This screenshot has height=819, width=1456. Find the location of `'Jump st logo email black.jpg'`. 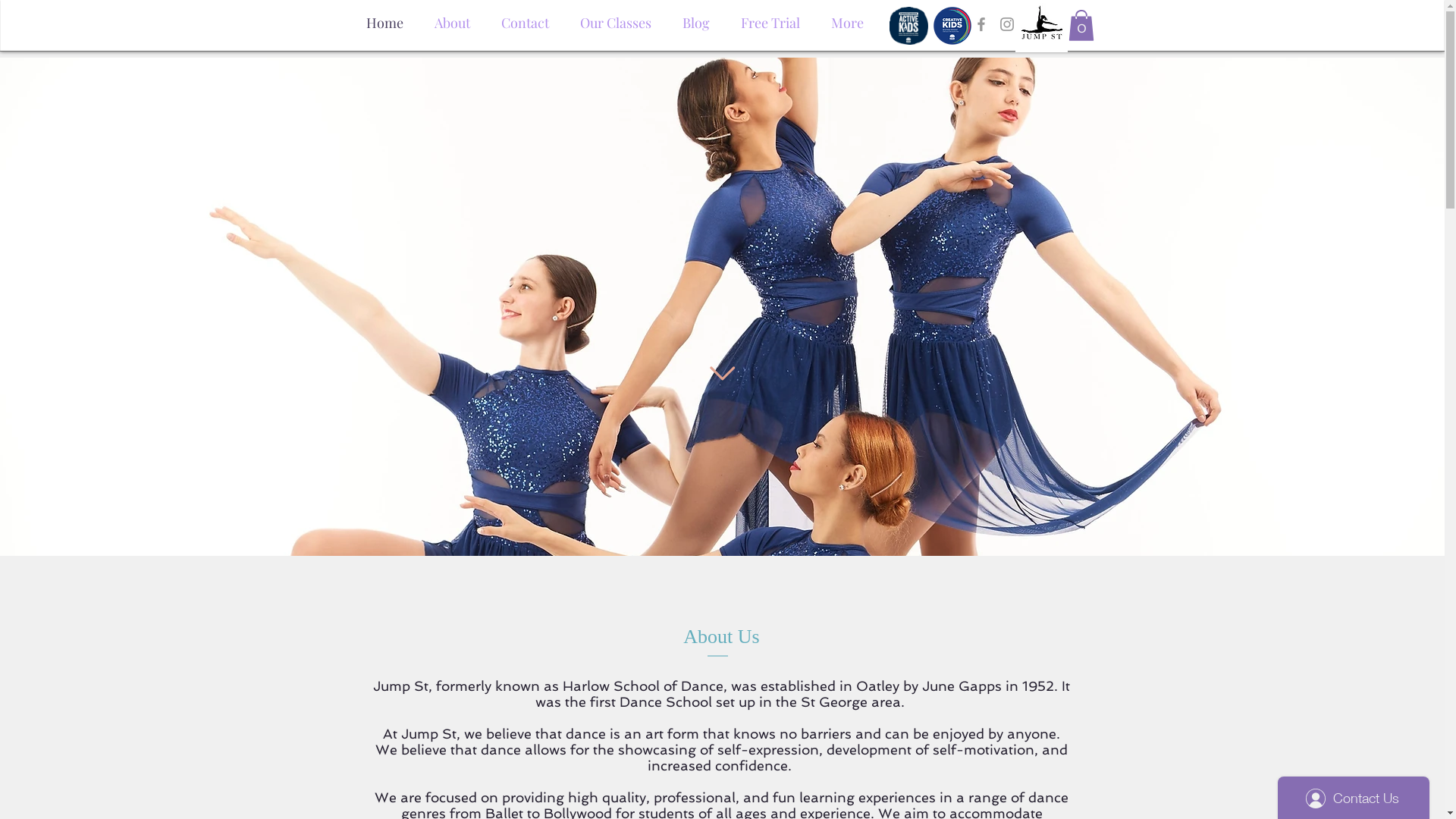

'Jump st logo email black.jpg' is located at coordinates (1040, 26).